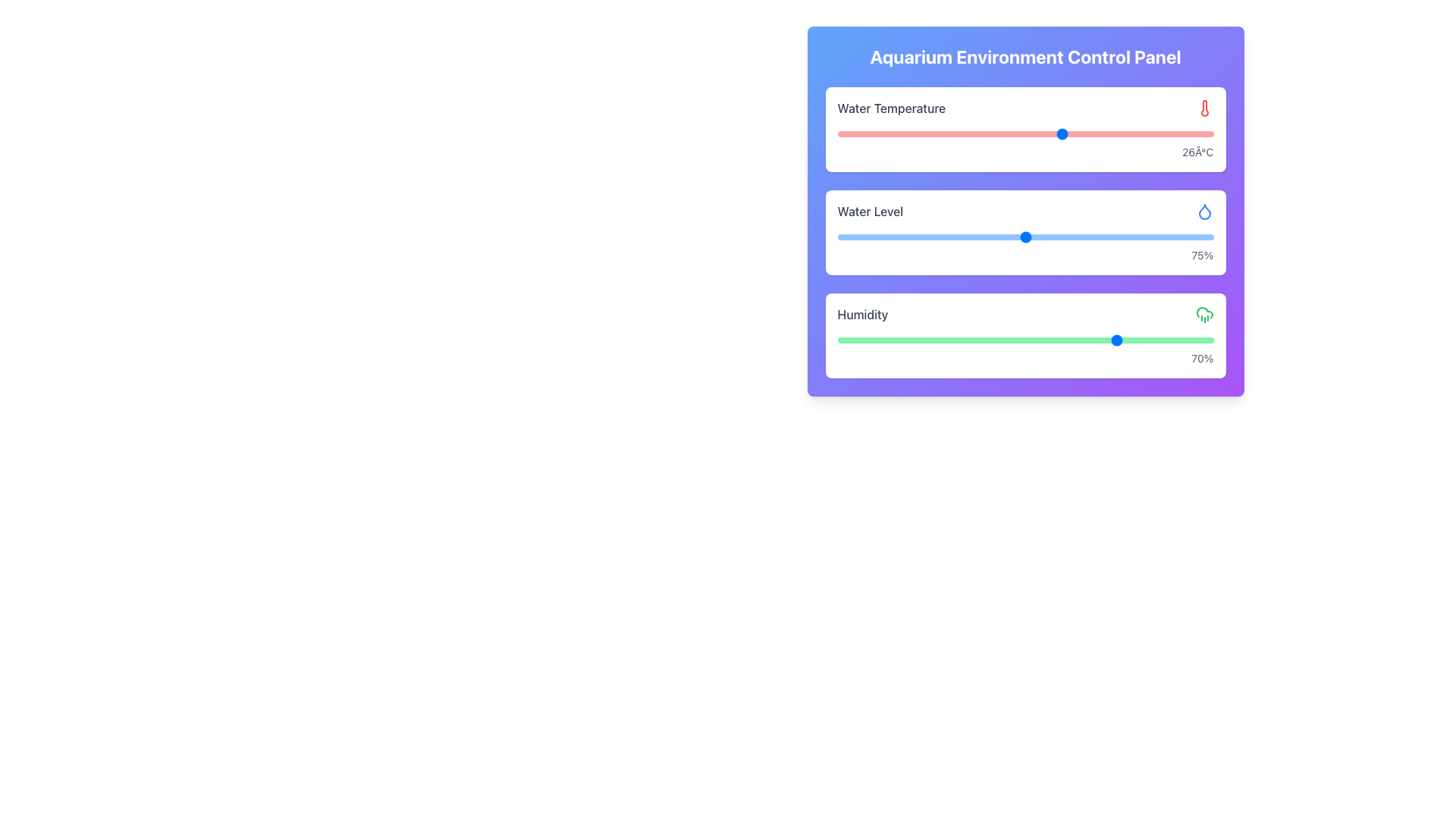  I want to click on the static text element displaying 'Aquarium Environment Control Panel', which is bold and large, centered at the top of the interface, so click(1025, 55).